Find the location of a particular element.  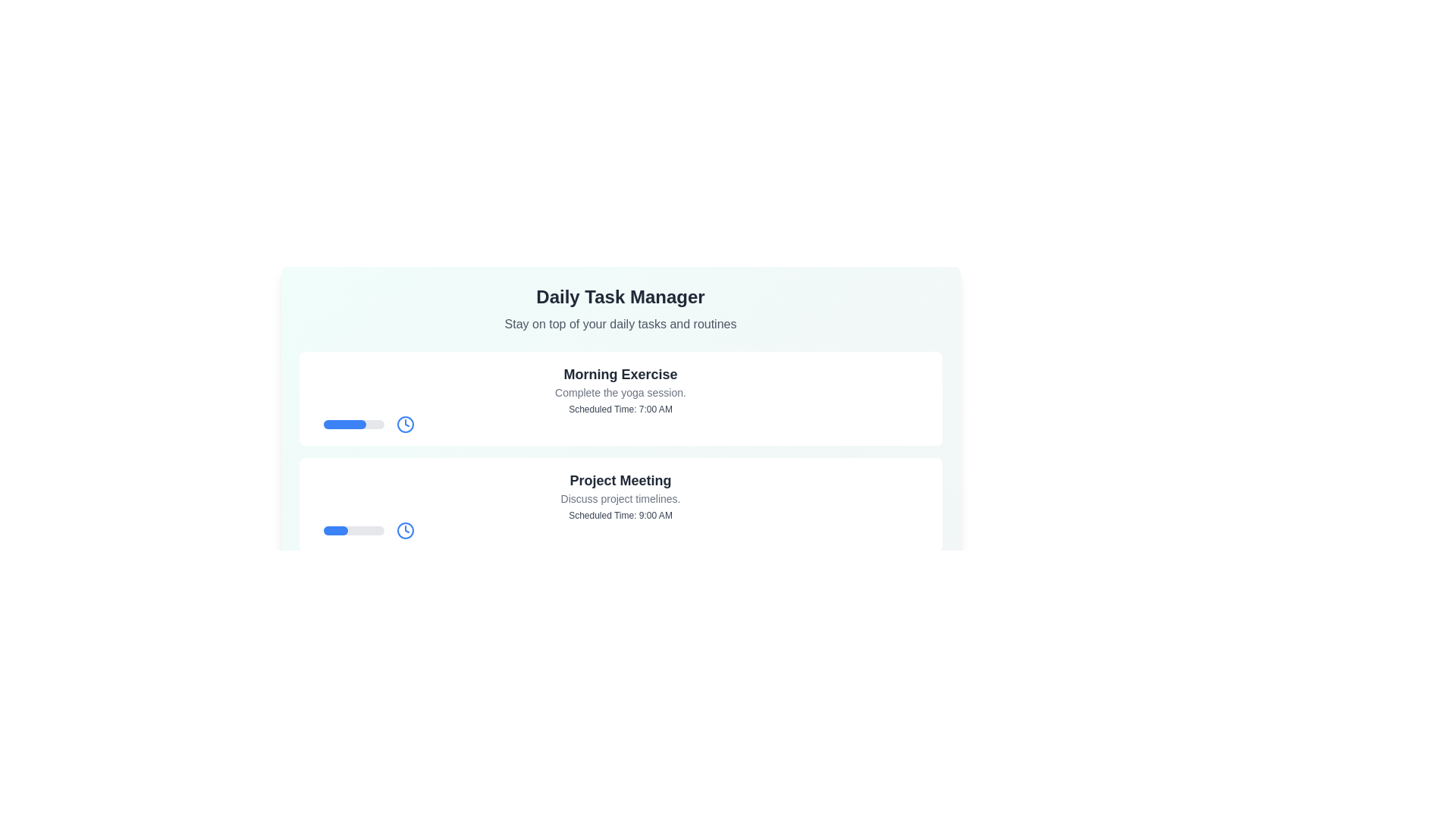

the icon indicating the scheduled time of the task 'Morning Exercise', which is located in the second row of the task list, next to its progress bar is located at coordinates (405, 424).